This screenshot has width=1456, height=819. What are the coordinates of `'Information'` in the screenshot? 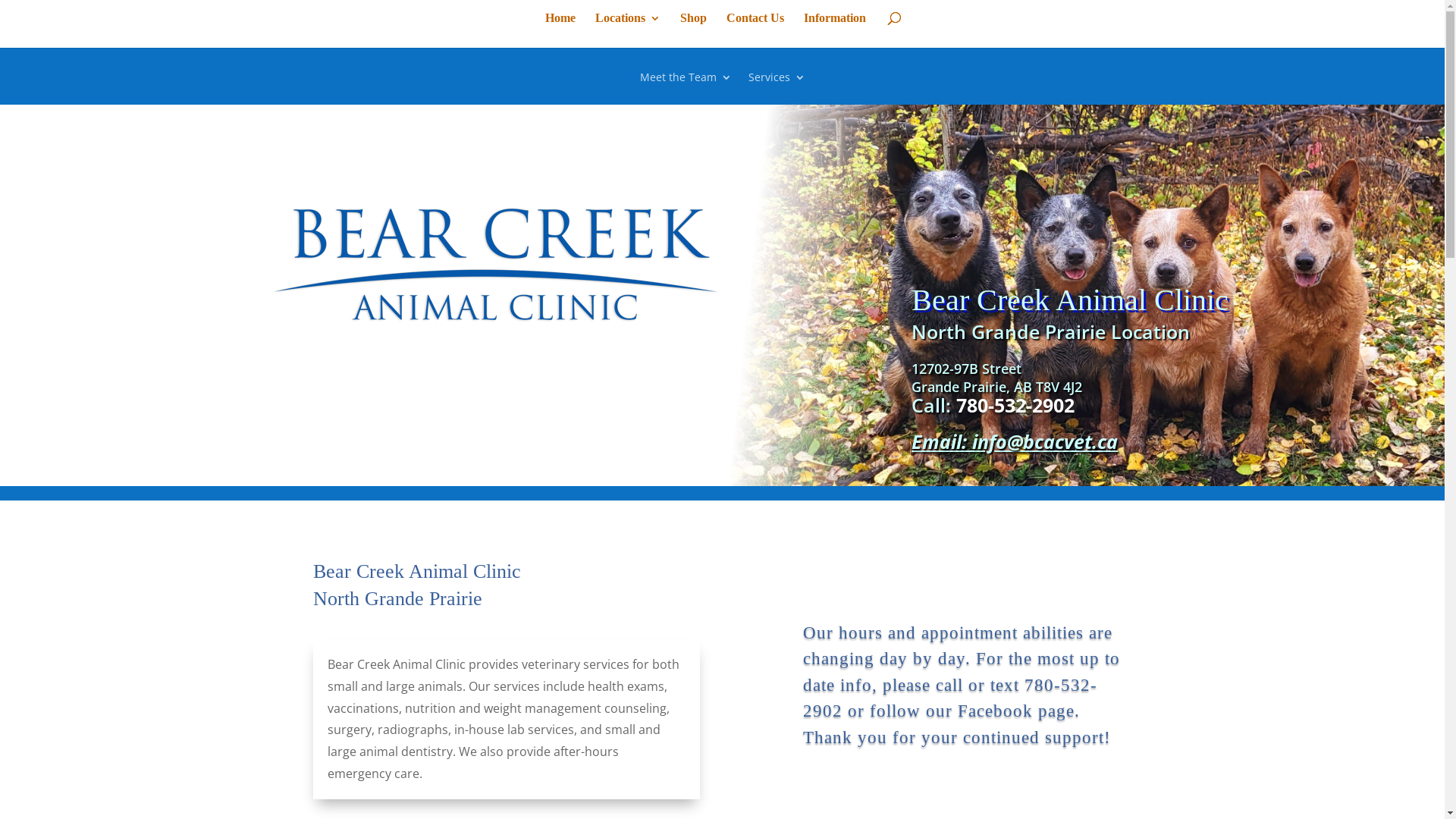 It's located at (833, 30).